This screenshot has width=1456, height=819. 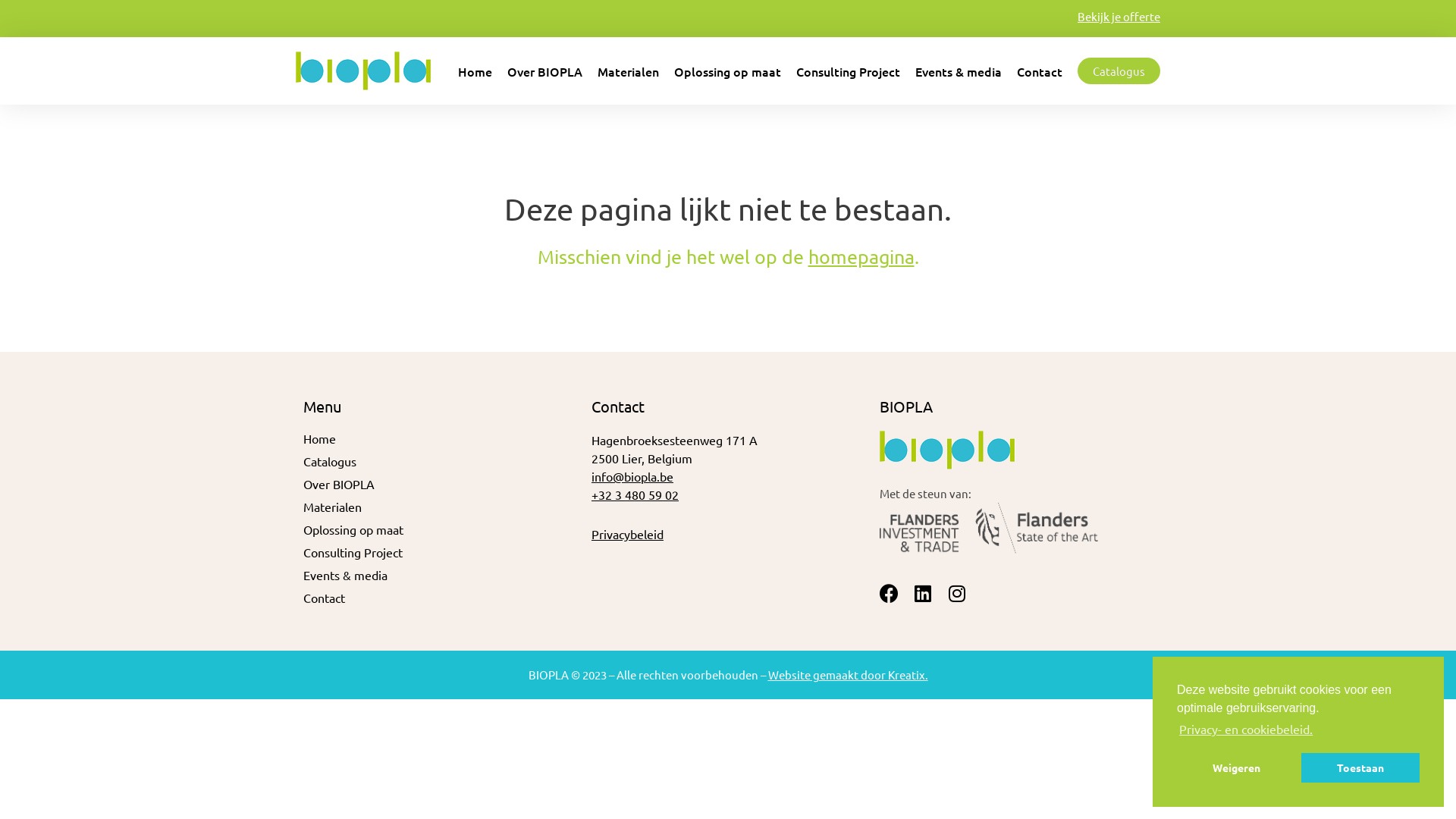 What do you see at coordinates (861, 256) in the screenshot?
I see `'homepagina'` at bounding box center [861, 256].